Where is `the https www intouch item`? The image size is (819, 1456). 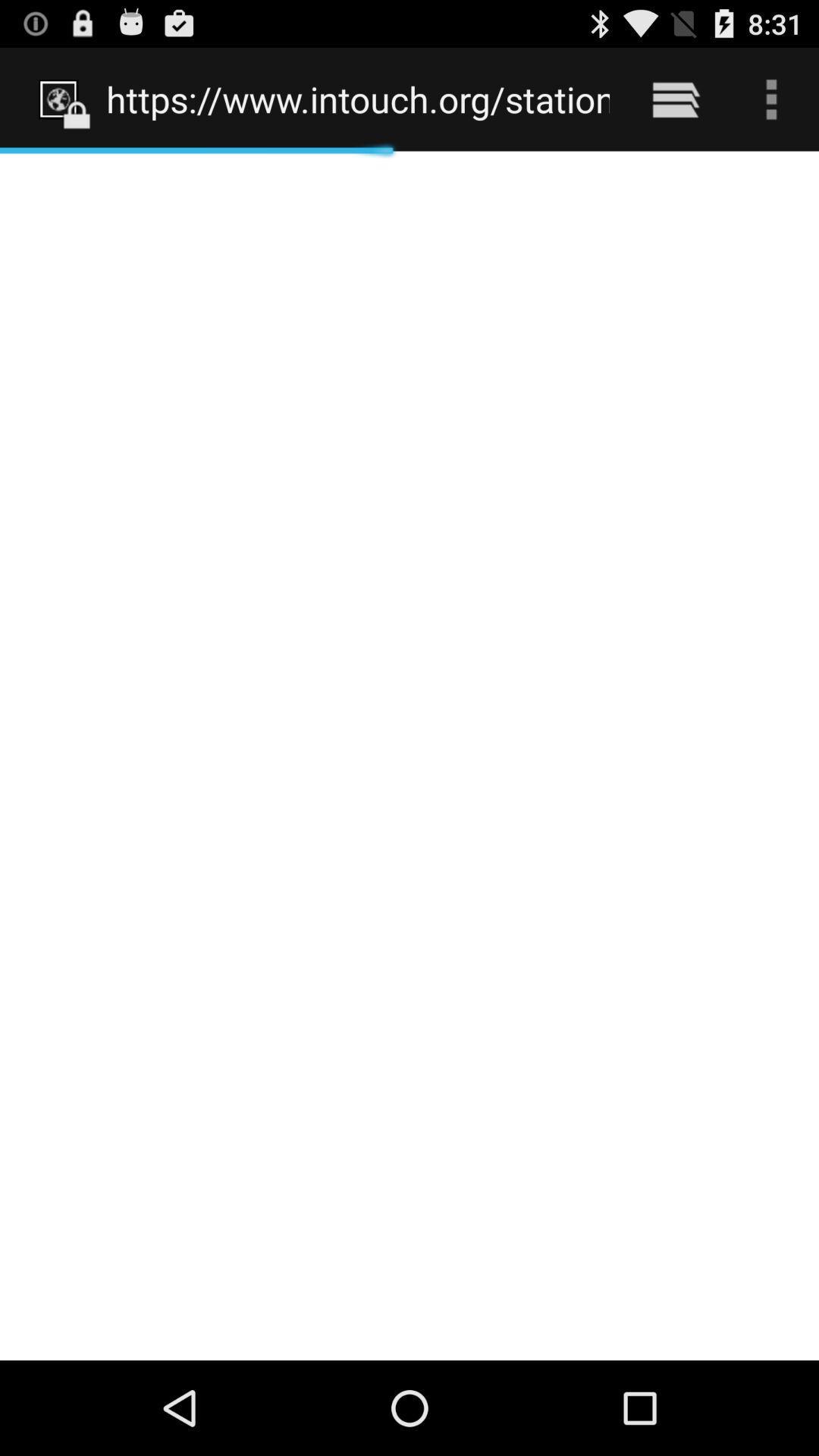 the https www intouch item is located at coordinates (358, 99).